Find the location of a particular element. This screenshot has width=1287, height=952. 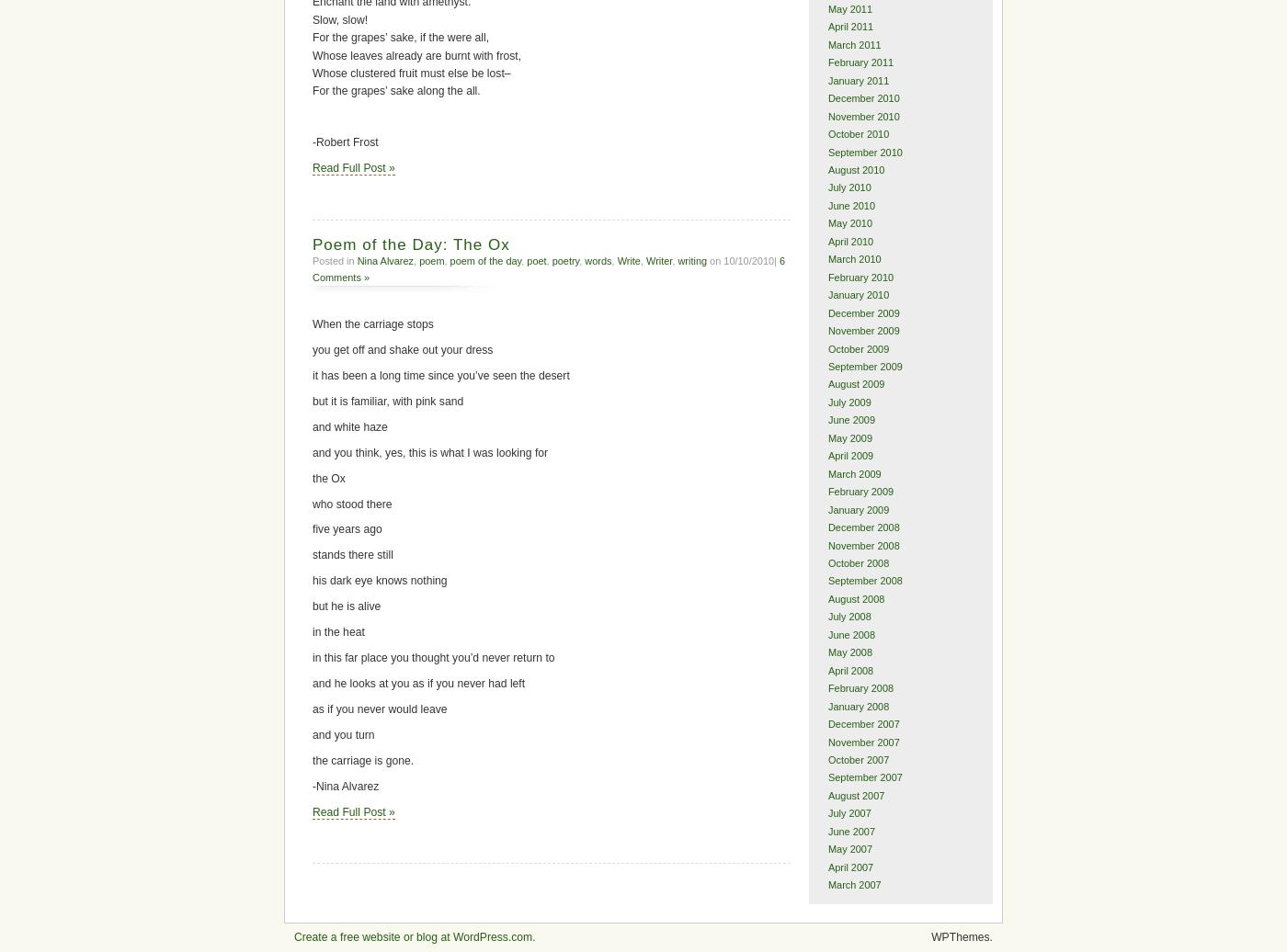

'his dark eye knows nothing' is located at coordinates (380, 580).